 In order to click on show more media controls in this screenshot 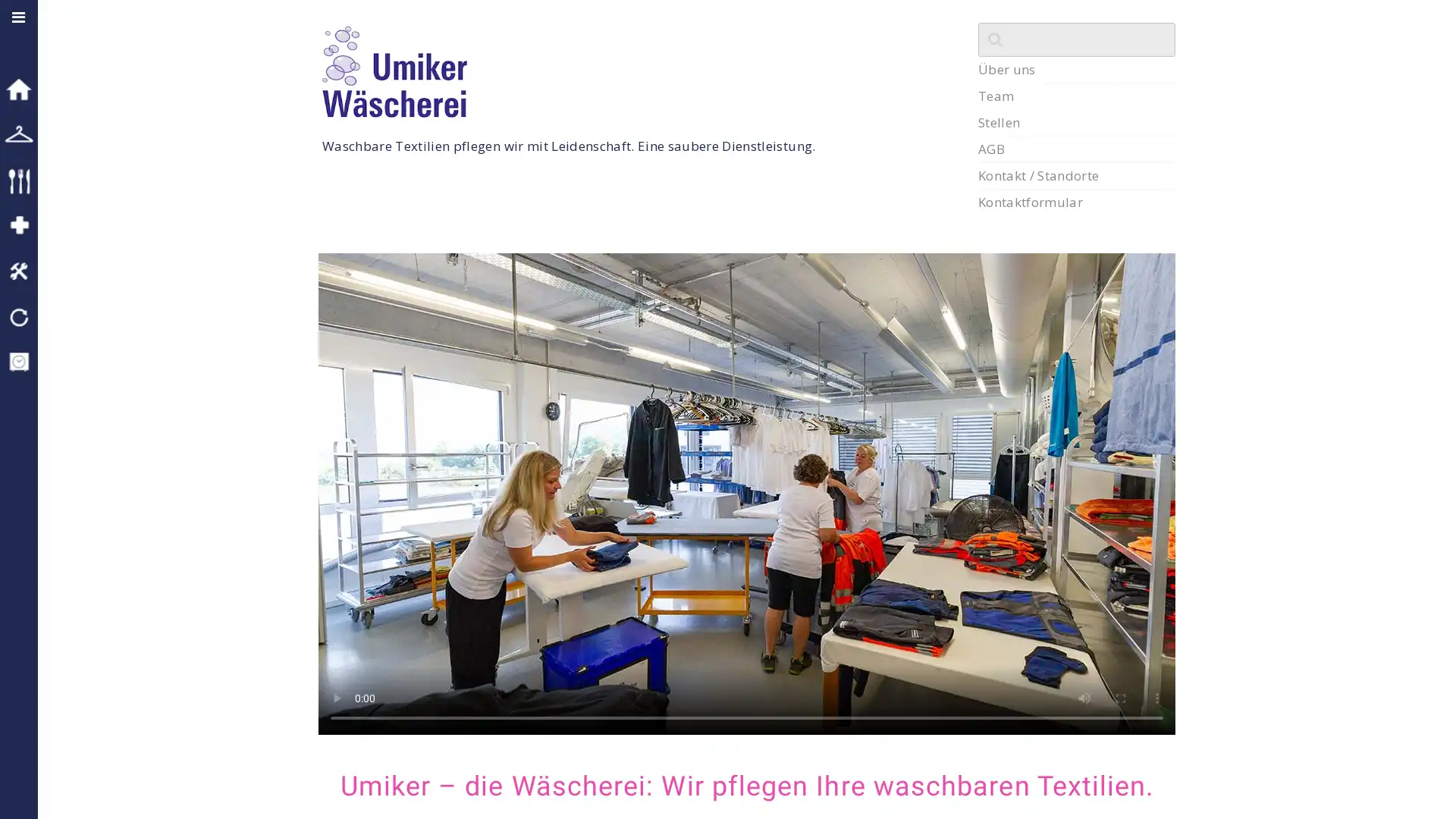, I will do `click(1156, 698)`.